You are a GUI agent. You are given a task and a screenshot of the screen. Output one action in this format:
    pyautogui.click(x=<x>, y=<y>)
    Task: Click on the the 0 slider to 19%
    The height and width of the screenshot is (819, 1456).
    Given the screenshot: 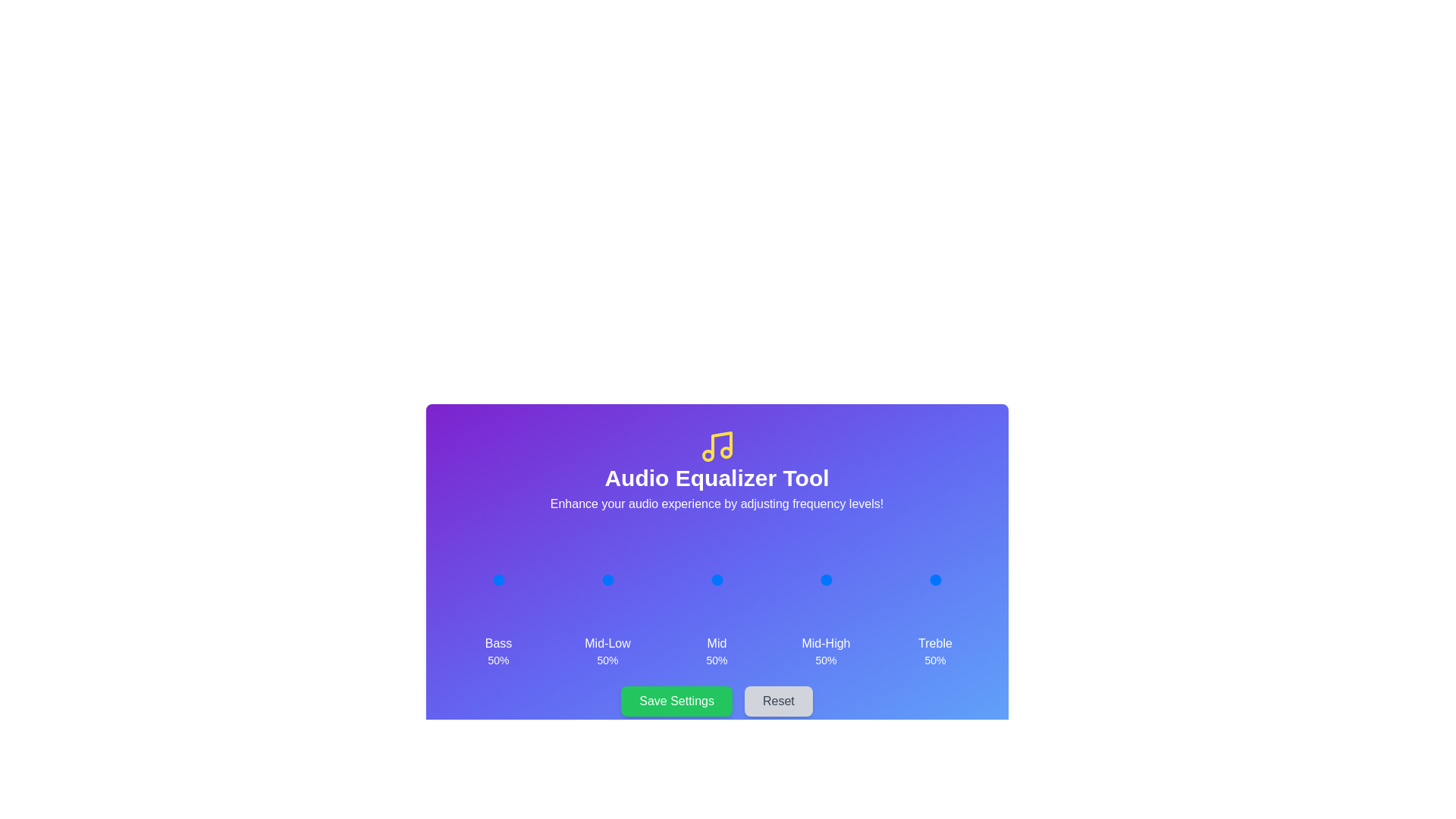 What is the action you would take?
    pyautogui.click(x=482, y=579)
    